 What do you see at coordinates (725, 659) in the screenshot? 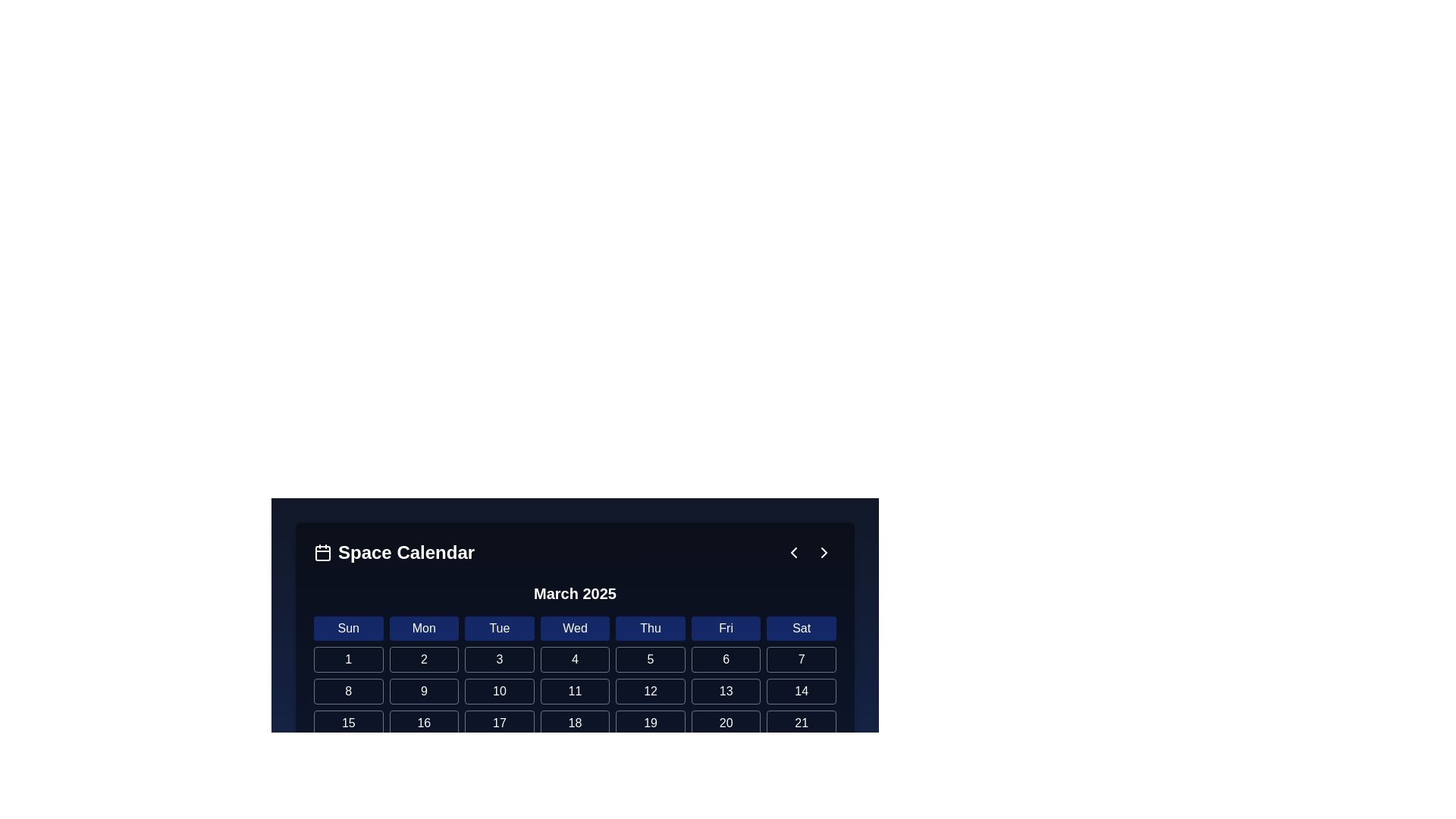
I see `the grid cell representing the 6th day in the calendar under the 'Fri' column` at bounding box center [725, 659].